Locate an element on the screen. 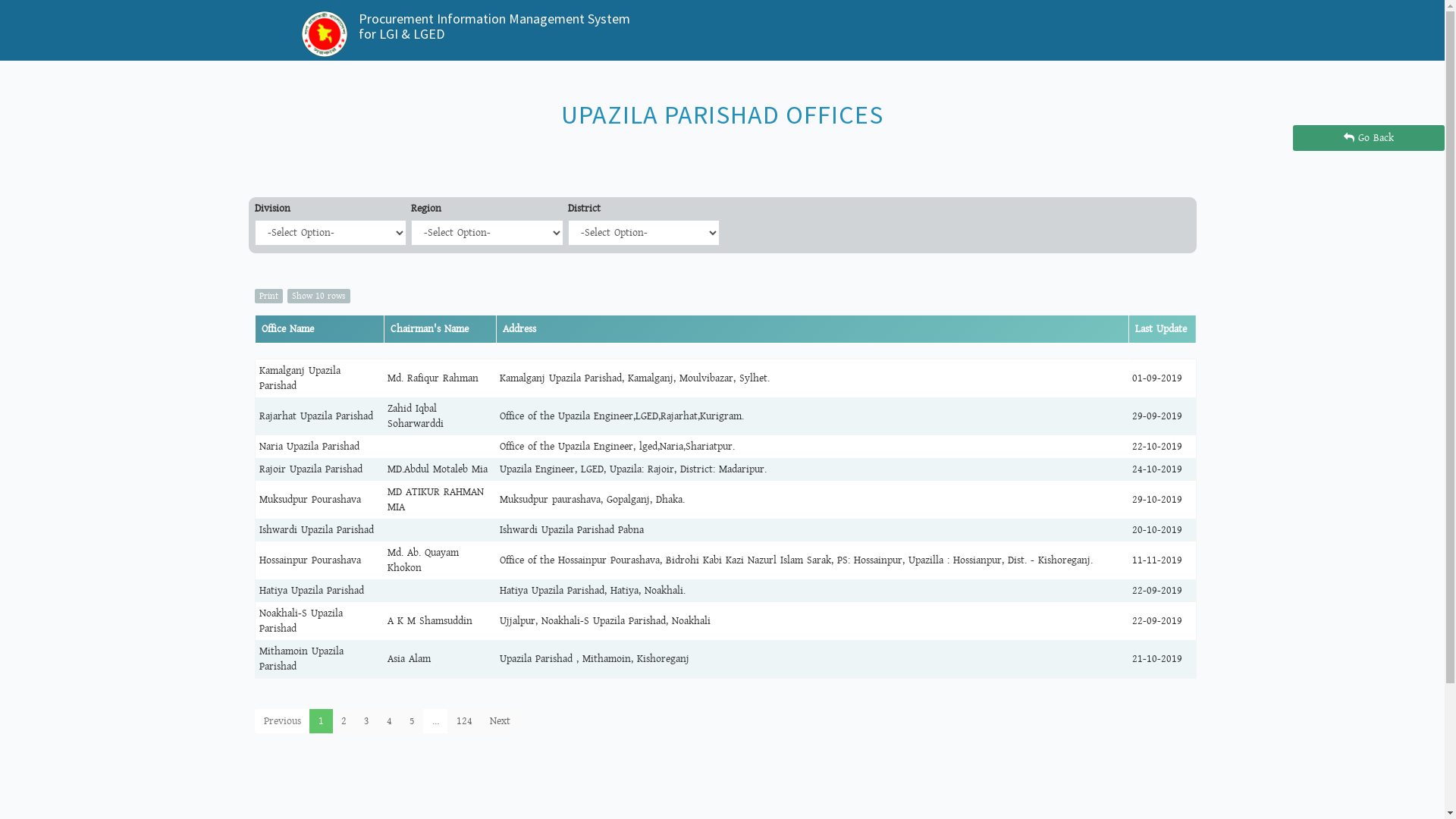 This screenshot has height=819, width=1456. 'Show 10 rows' is located at coordinates (317, 296).